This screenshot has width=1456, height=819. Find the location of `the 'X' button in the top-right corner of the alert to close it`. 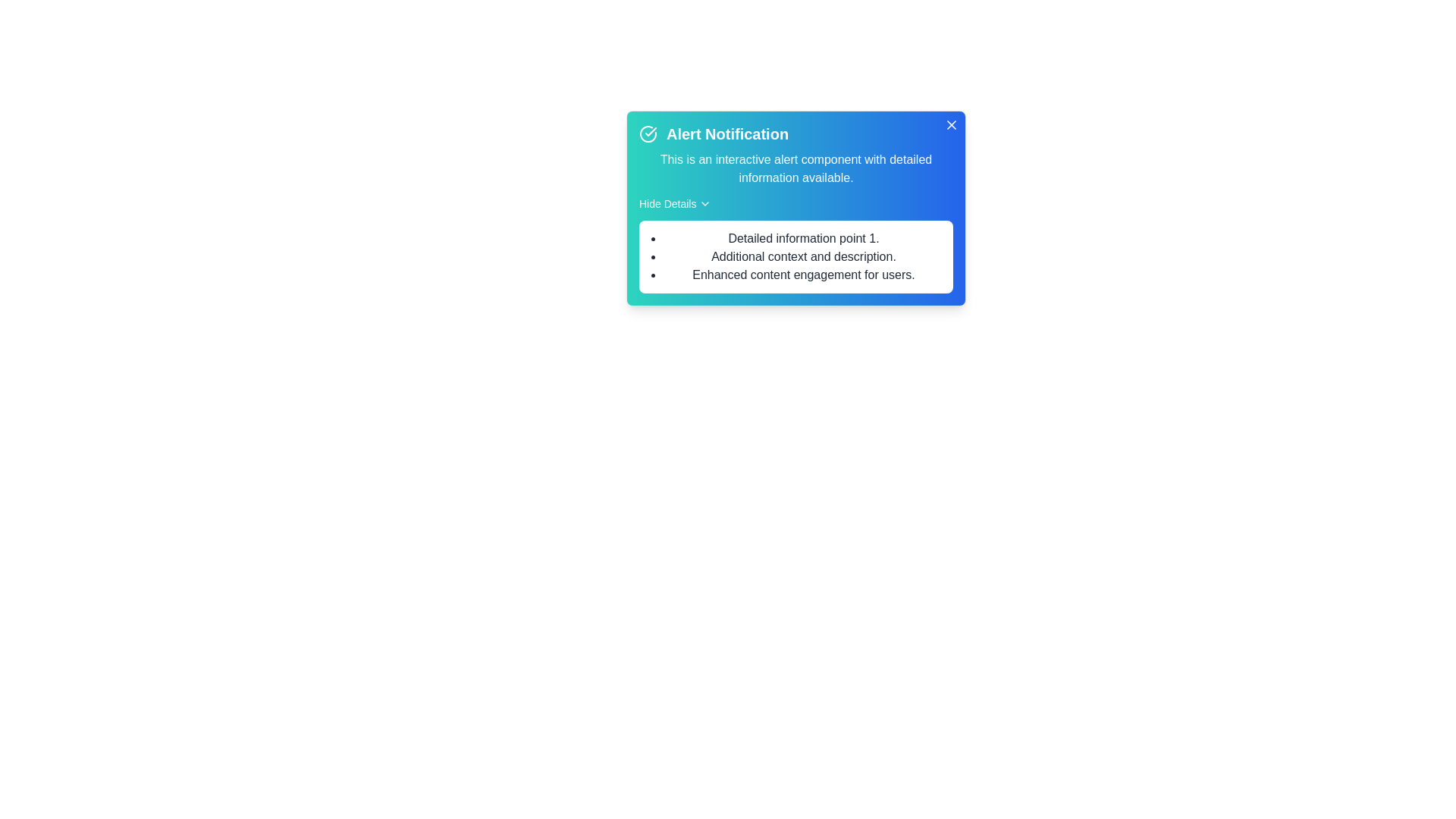

the 'X' button in the top-right corner of the alert to close it is located at coordinates (950, 124).